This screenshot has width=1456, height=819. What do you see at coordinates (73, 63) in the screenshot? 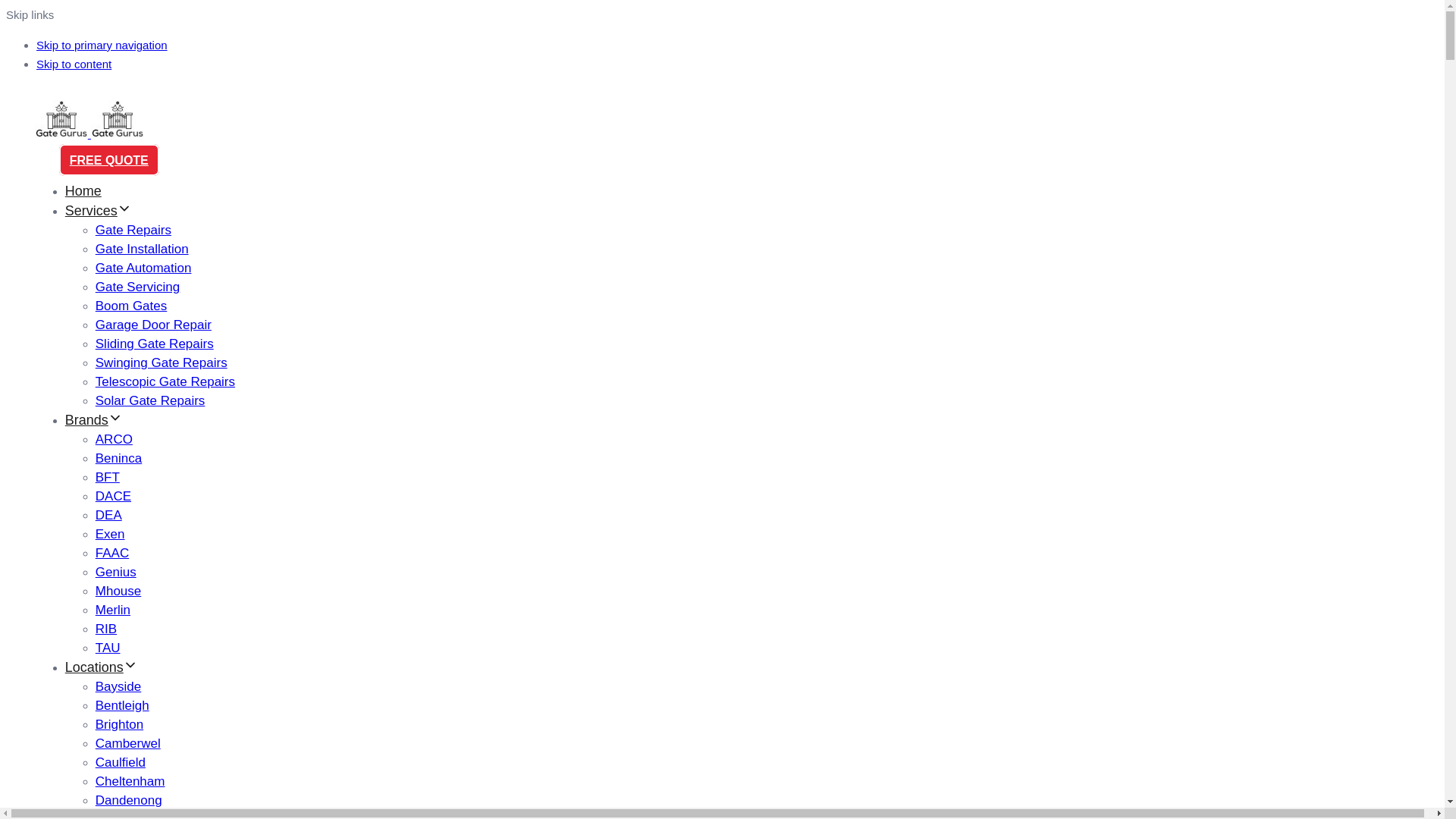
I see `'Skip to content'` at bounding box center [73, 63].